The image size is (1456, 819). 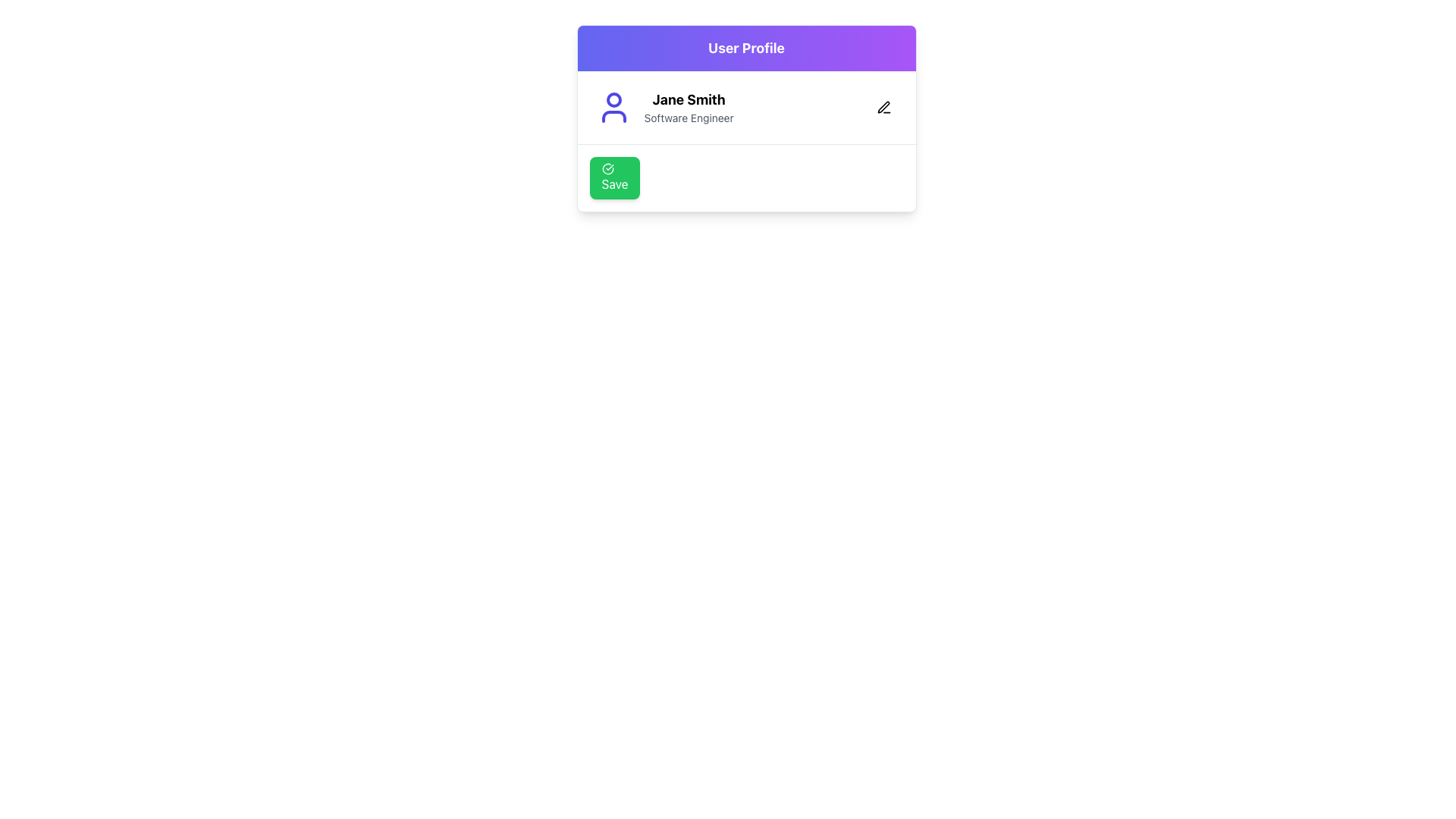 I want to click on the Text Label that displays the user's name, located at the top of the profile card and aligned to the right of the avatar icon, so click(x=688, y=99).